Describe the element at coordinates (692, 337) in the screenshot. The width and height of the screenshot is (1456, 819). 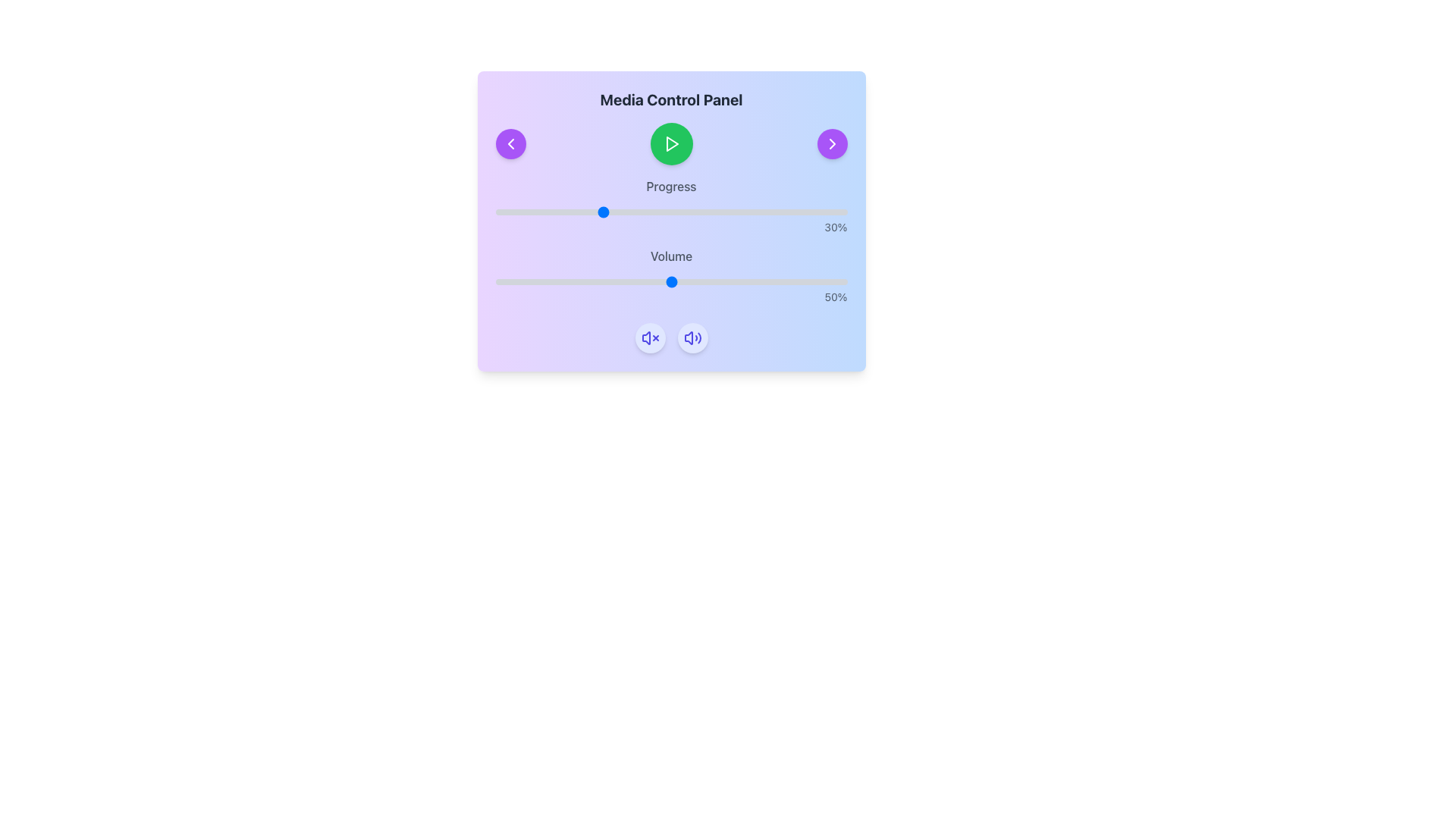
I see `the circular volume button with a light indigo background and volume icon` at that location.